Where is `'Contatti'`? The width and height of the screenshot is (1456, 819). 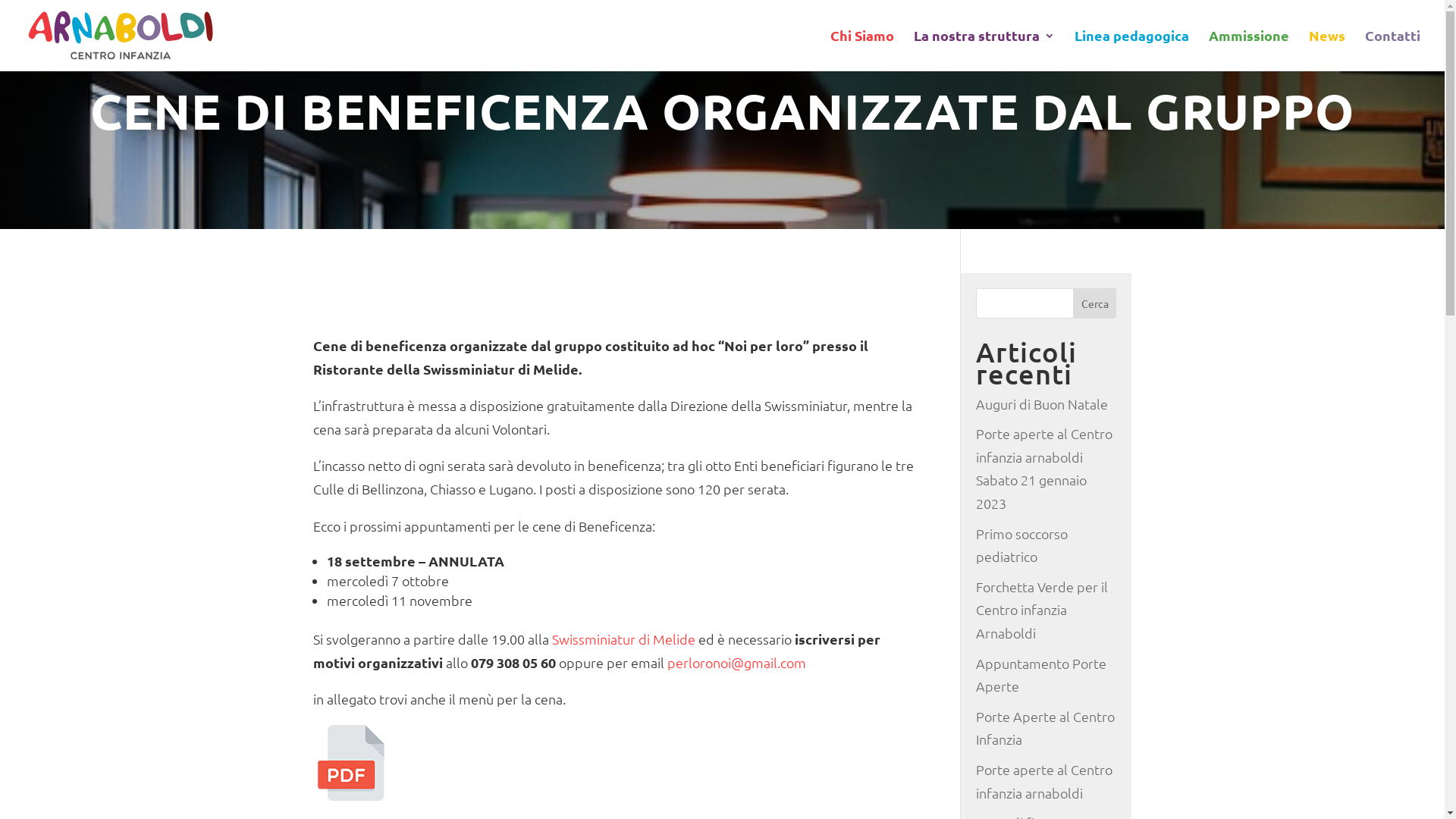
'Contatti' is located at coordinates (1392, 49).